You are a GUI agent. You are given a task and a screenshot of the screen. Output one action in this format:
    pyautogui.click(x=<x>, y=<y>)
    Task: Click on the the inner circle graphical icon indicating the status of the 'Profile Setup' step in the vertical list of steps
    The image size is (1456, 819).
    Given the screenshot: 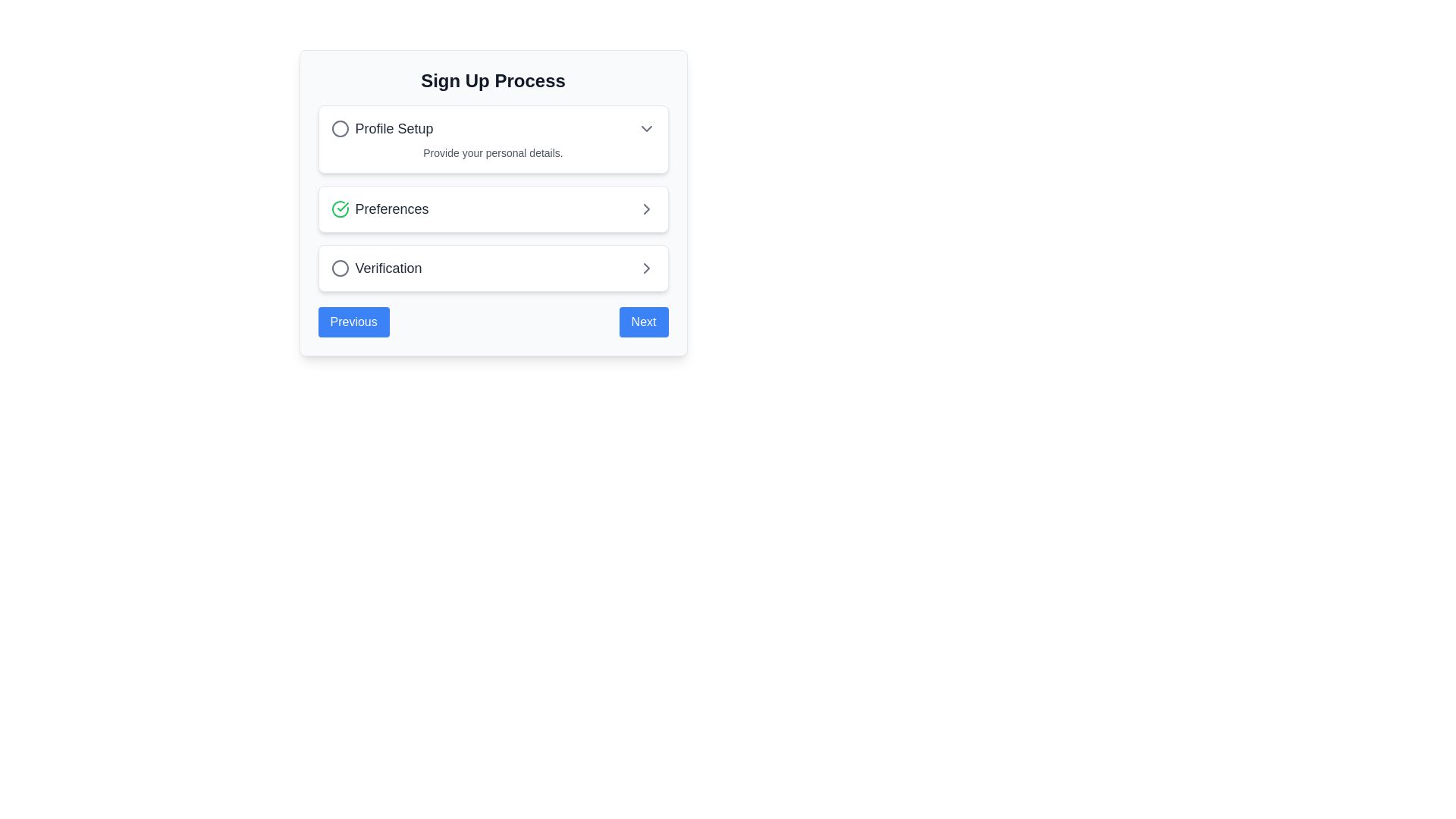 What is the action you would take?
    pyautogui.click(x=339, y=127)
    